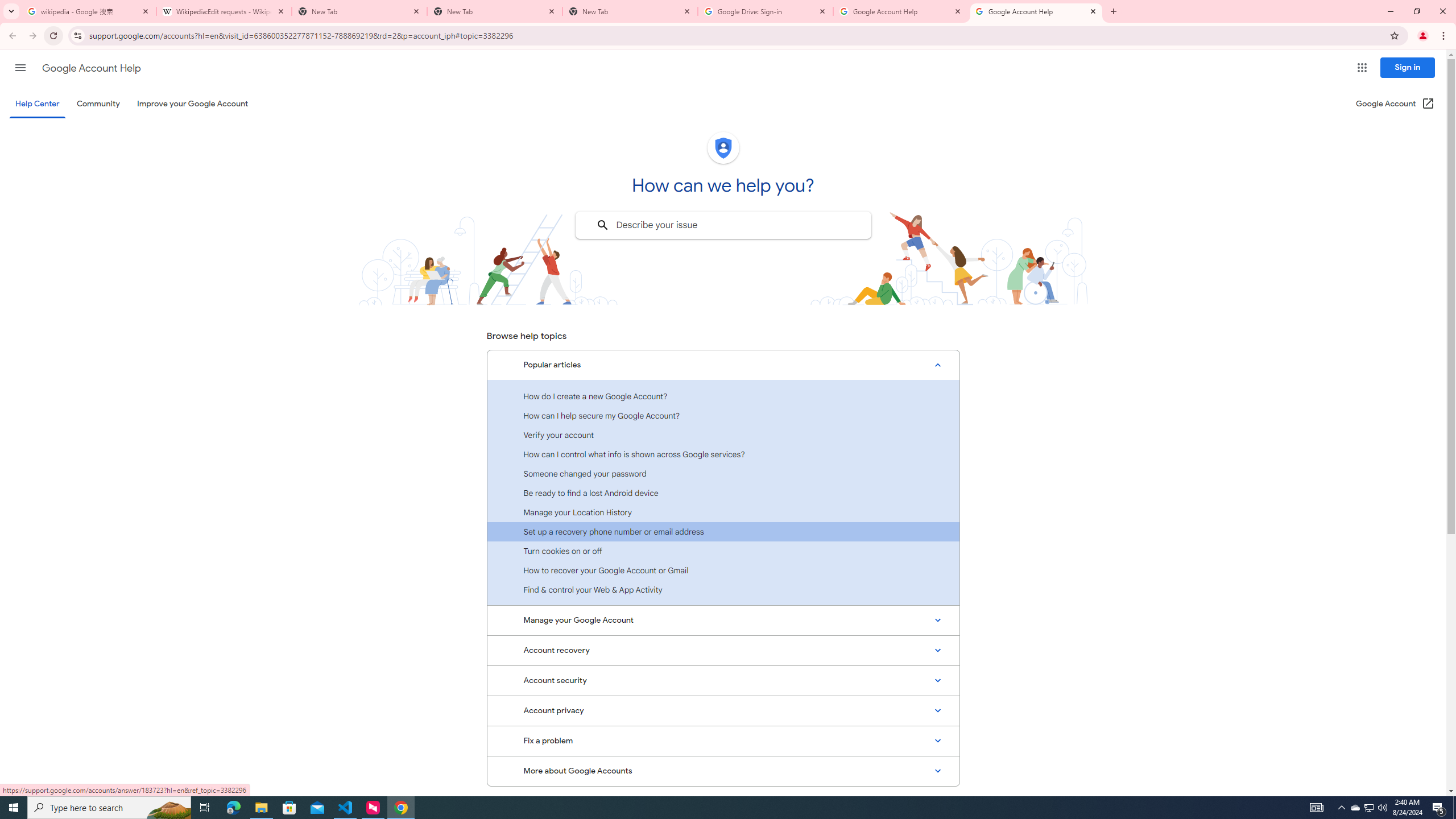 The height and width of the screenshot is (819, 1456). I want to click on 'Improve your Google Account', so click(192, 103).